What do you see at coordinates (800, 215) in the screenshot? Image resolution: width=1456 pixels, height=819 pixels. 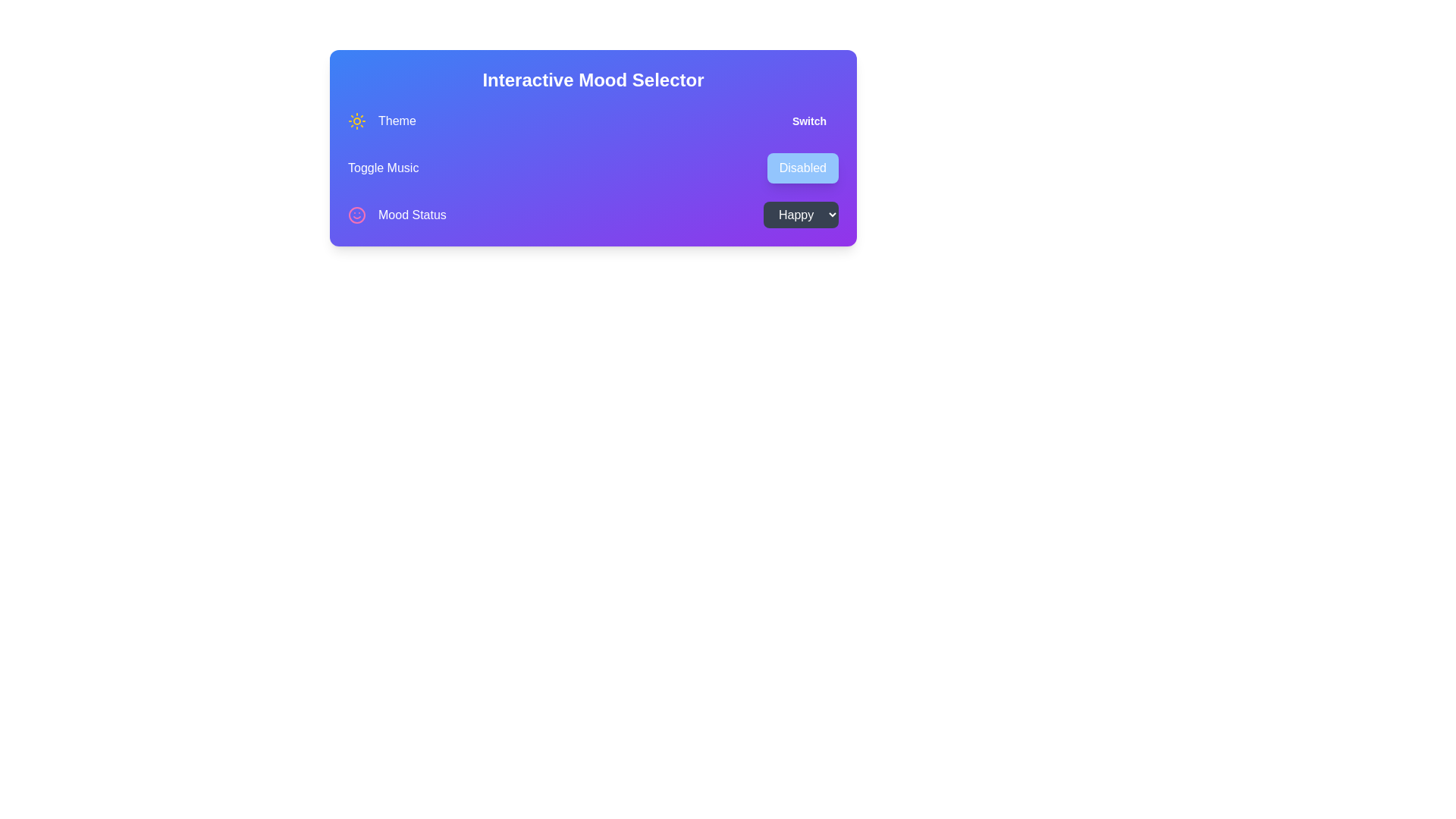 I see `the Dropdown menu button located in the lower right section of the 'Interactive Mood Selector' card` at bounding box center [800, 215].